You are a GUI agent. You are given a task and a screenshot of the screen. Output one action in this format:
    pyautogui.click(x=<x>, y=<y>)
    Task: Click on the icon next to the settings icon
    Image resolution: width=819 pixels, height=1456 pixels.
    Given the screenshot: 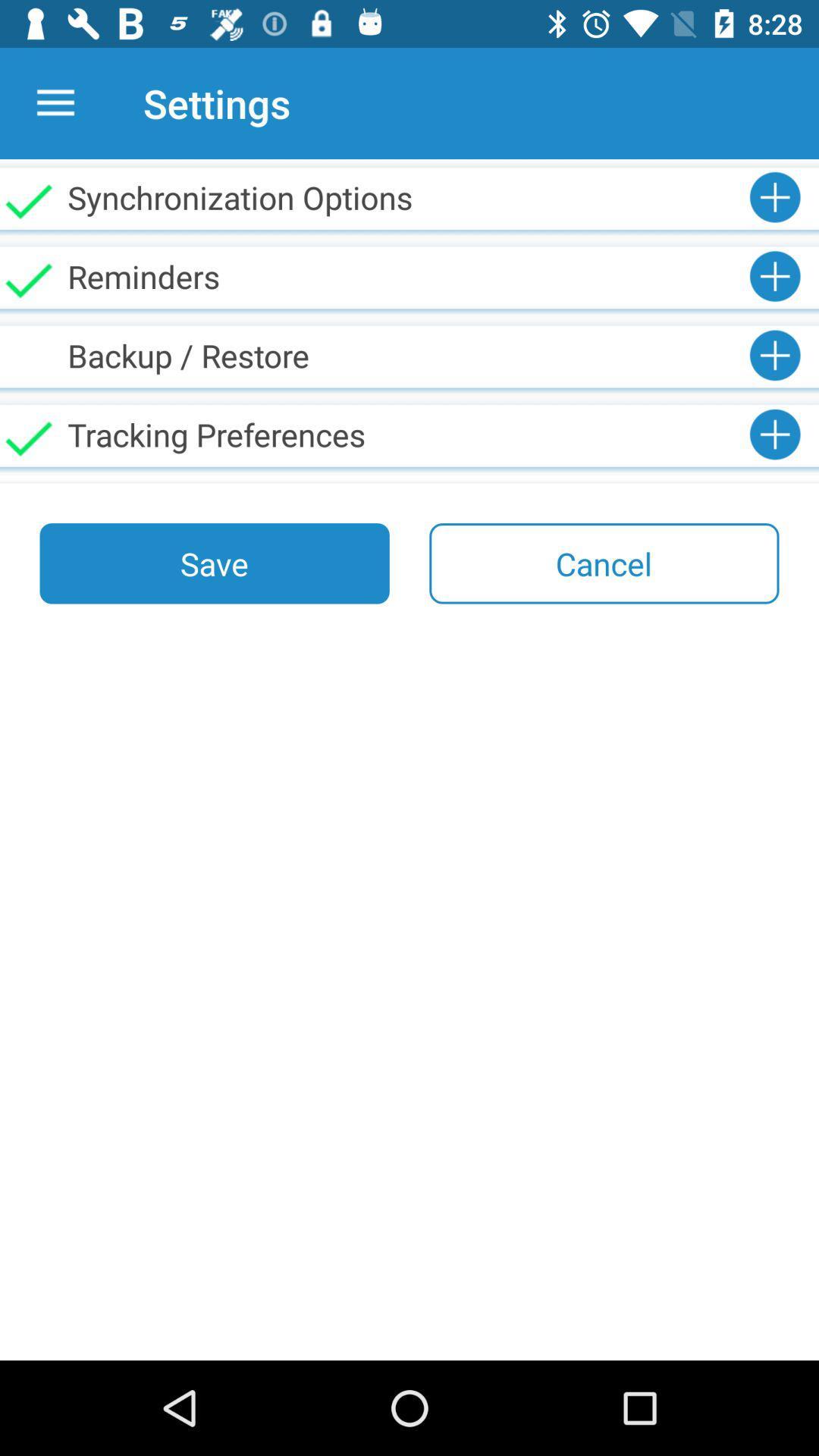 What is the action you would take?
    pyautogui.click(x=55, y=102)
    